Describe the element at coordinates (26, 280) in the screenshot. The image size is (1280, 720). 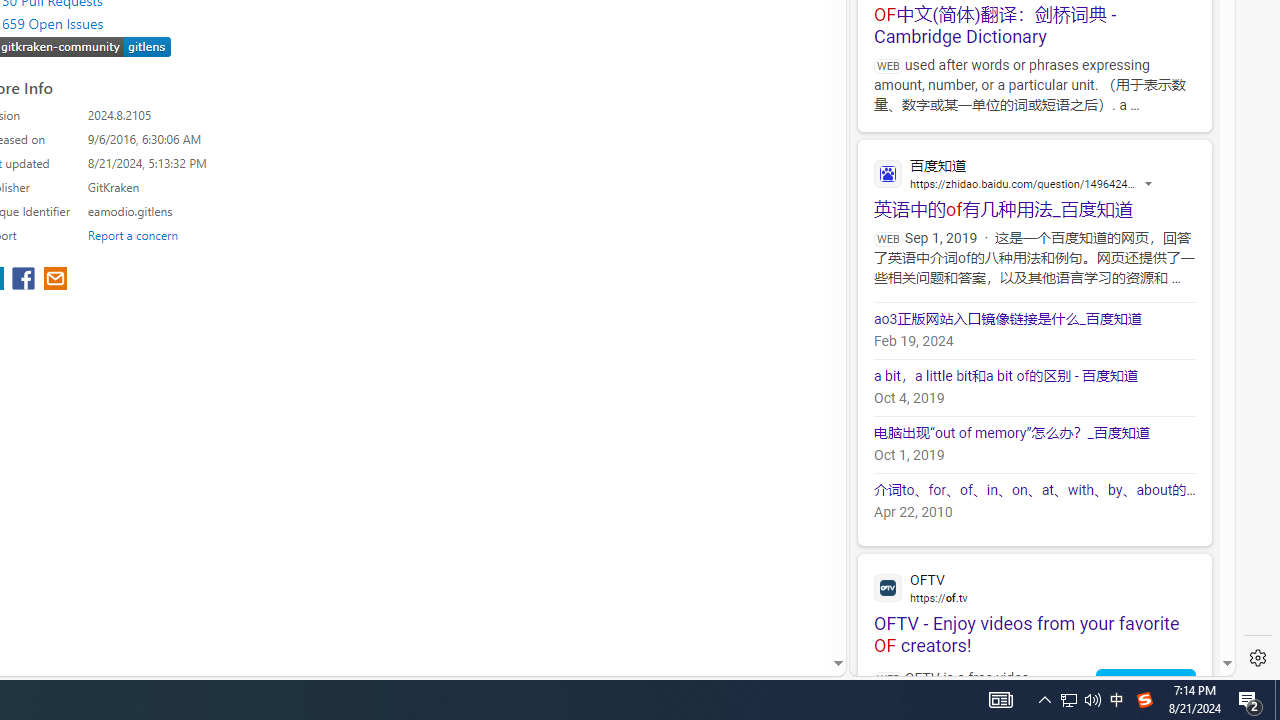
I see `'share extension on facebook'` at that location.